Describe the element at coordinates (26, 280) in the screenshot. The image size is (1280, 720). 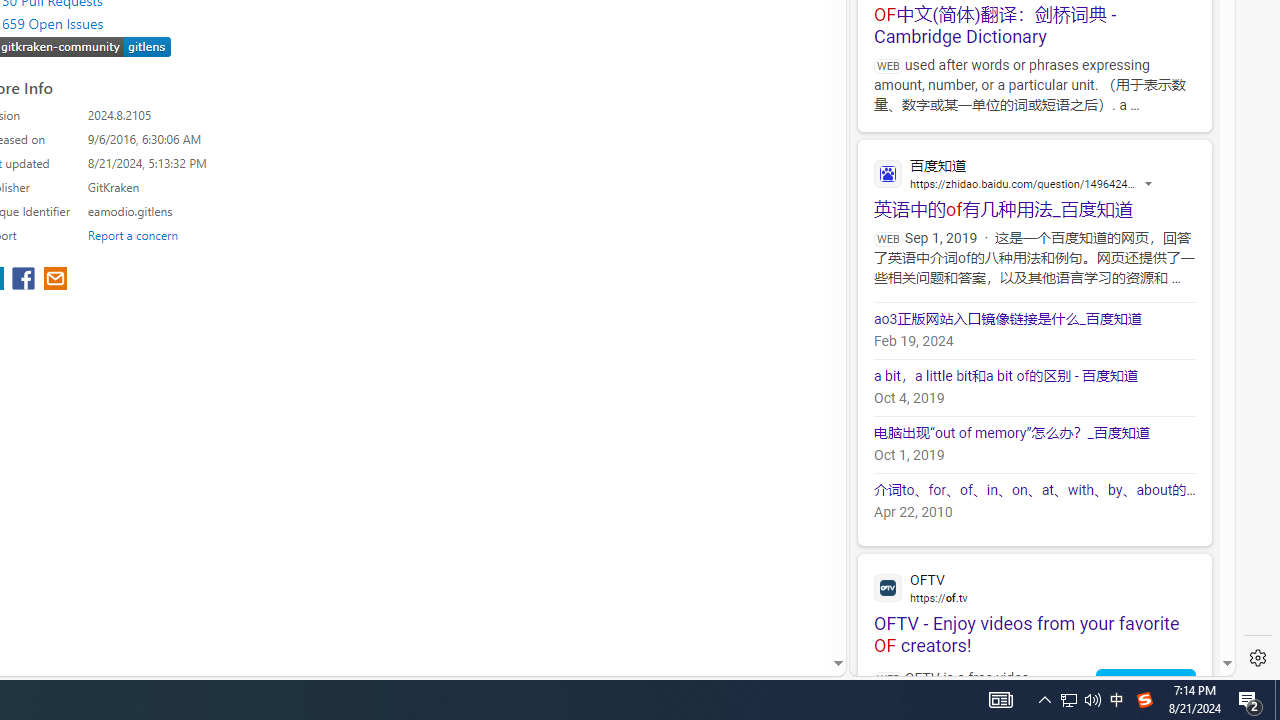
I see `'share extension on facebook'` at that location.